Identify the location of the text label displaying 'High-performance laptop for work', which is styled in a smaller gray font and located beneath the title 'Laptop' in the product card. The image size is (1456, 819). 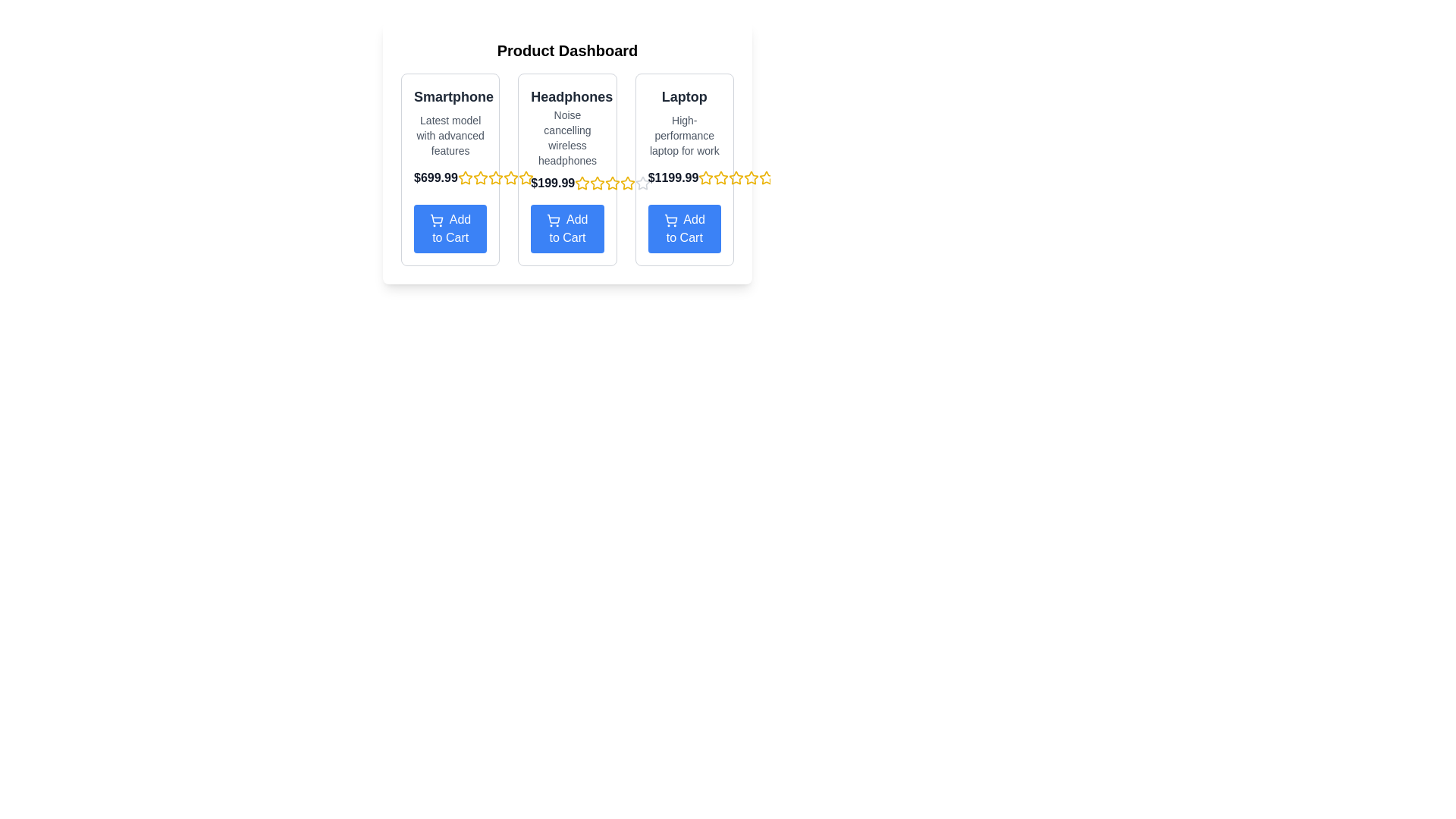
(683, 134).